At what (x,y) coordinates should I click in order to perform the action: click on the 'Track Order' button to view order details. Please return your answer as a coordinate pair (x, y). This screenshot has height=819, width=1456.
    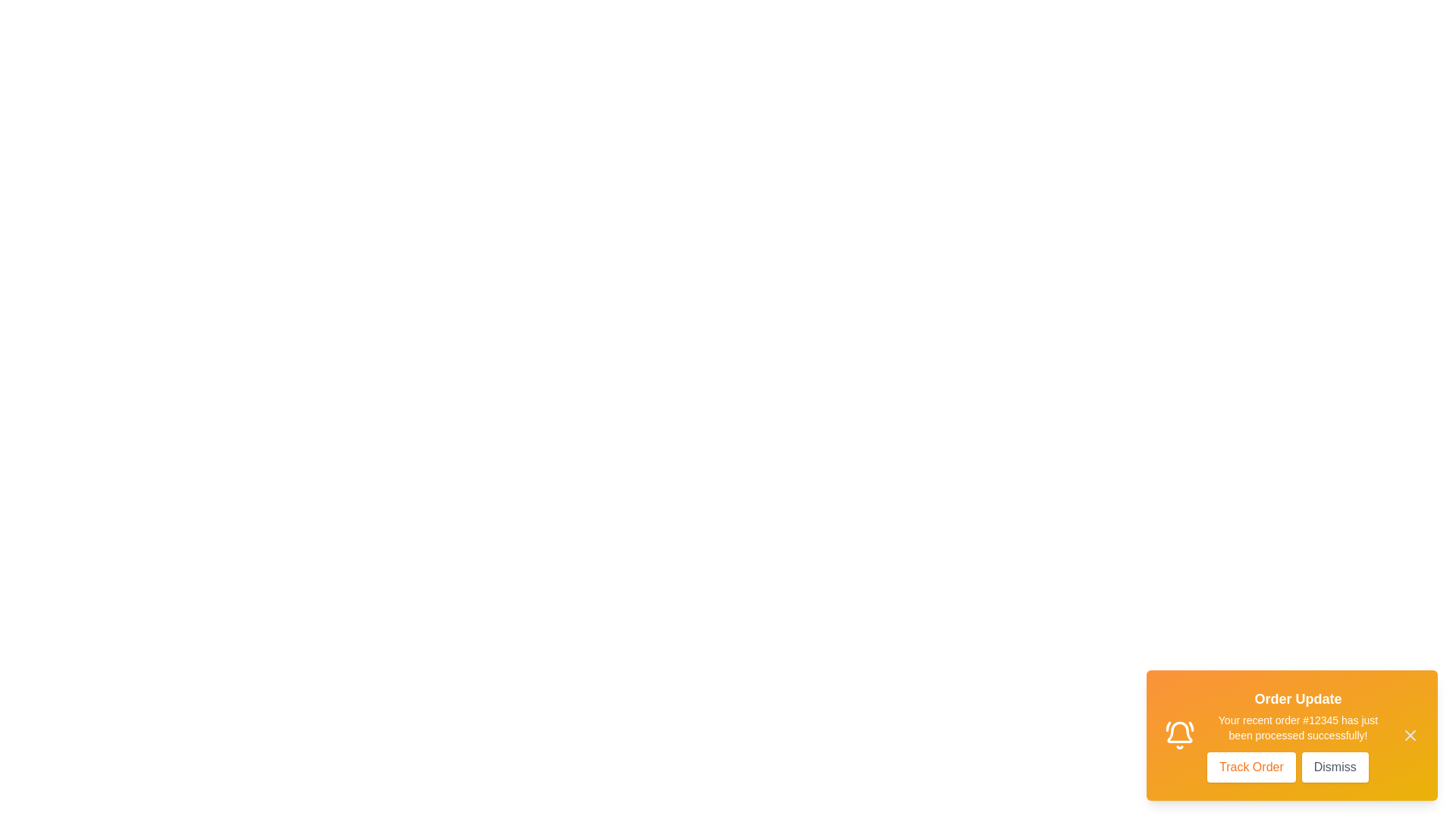
    Looking at the image, I should click on (1251, 767).